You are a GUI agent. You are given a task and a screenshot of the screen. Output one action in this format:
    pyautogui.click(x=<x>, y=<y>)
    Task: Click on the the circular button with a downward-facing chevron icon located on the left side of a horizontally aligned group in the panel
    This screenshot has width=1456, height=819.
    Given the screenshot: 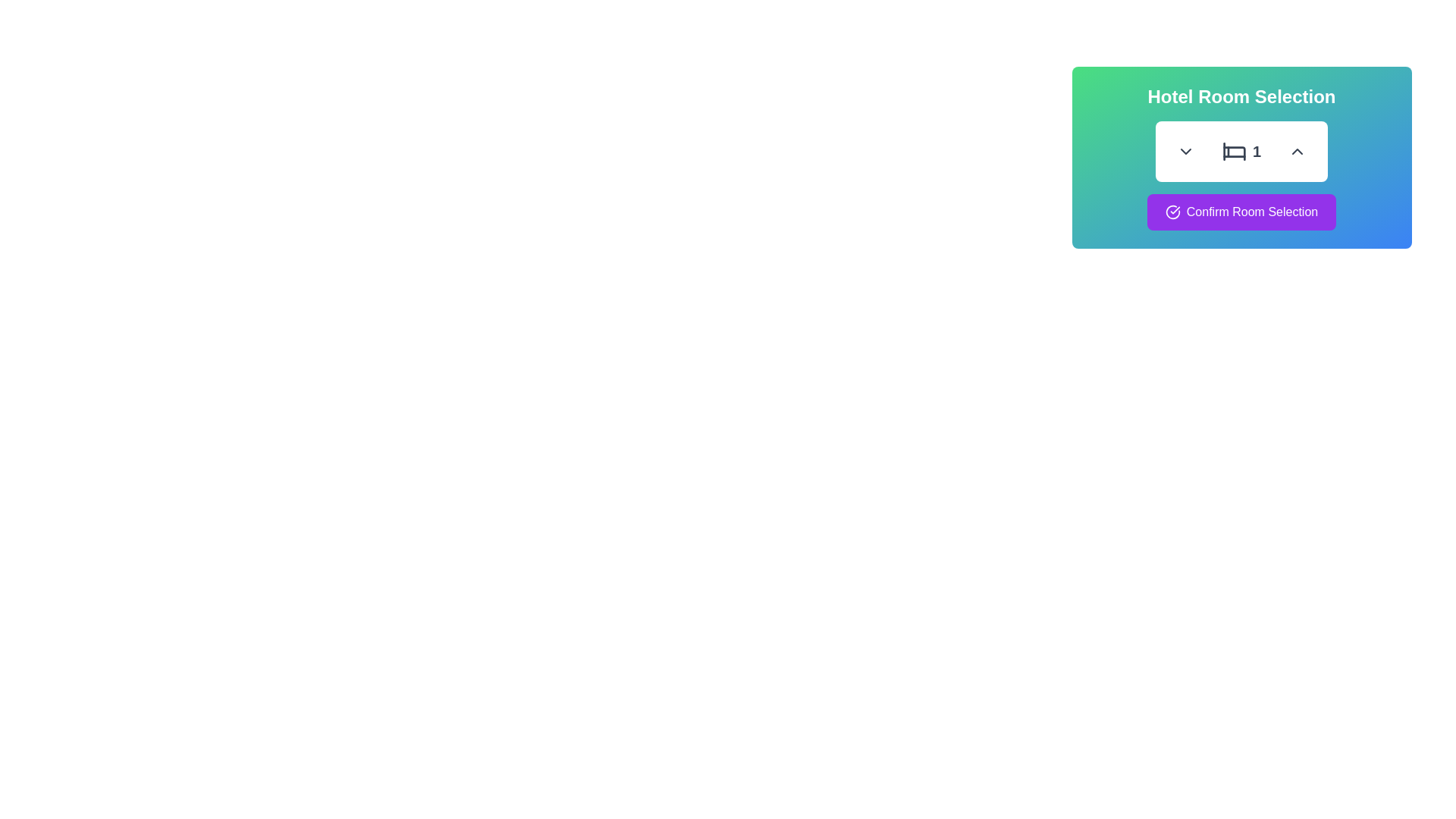 What is the action you would take?
    pyautogui.click(x=1185, y=152)
    